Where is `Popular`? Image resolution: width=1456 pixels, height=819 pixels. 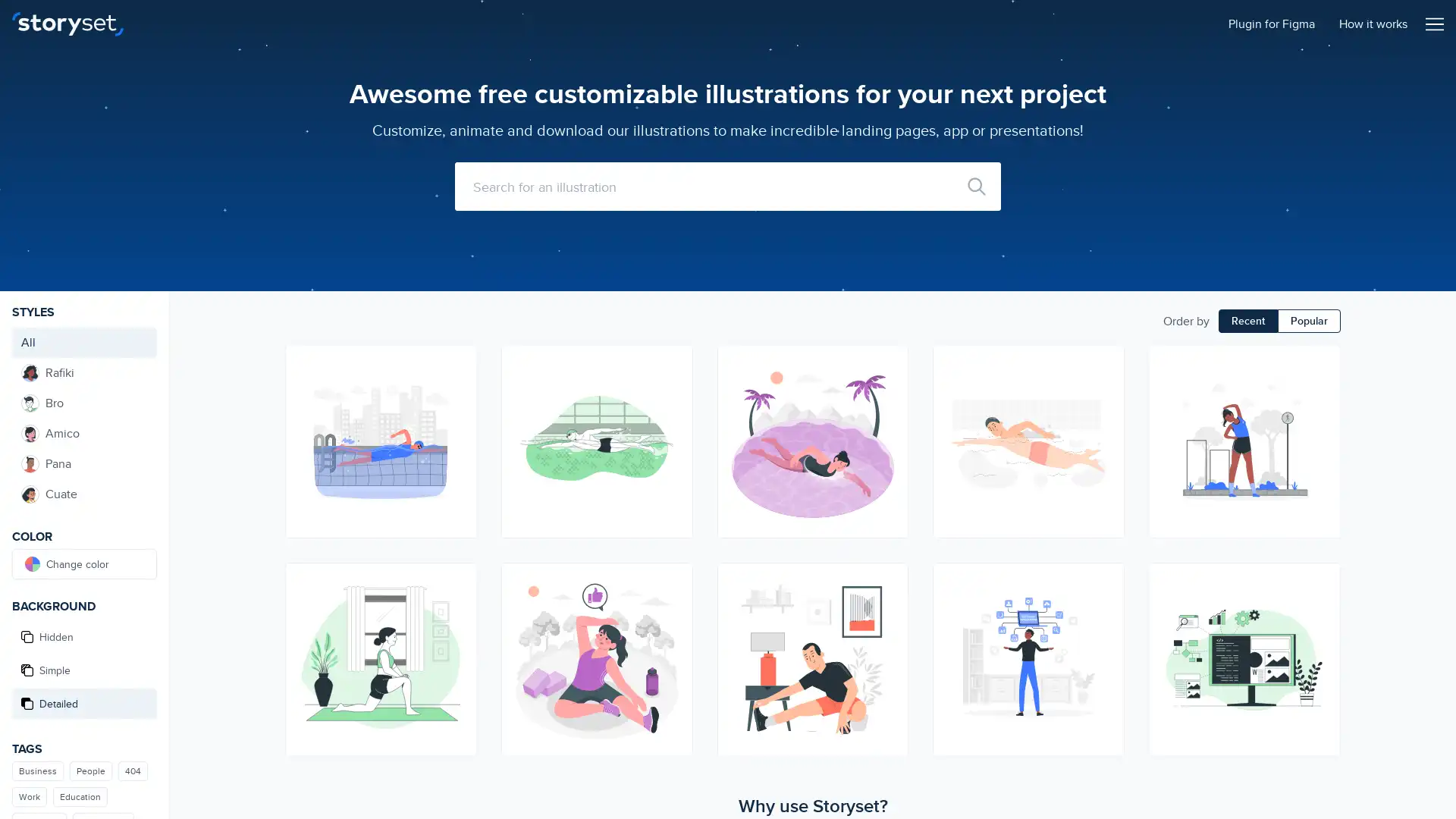 Popular is located at coordinates (1308, 320).